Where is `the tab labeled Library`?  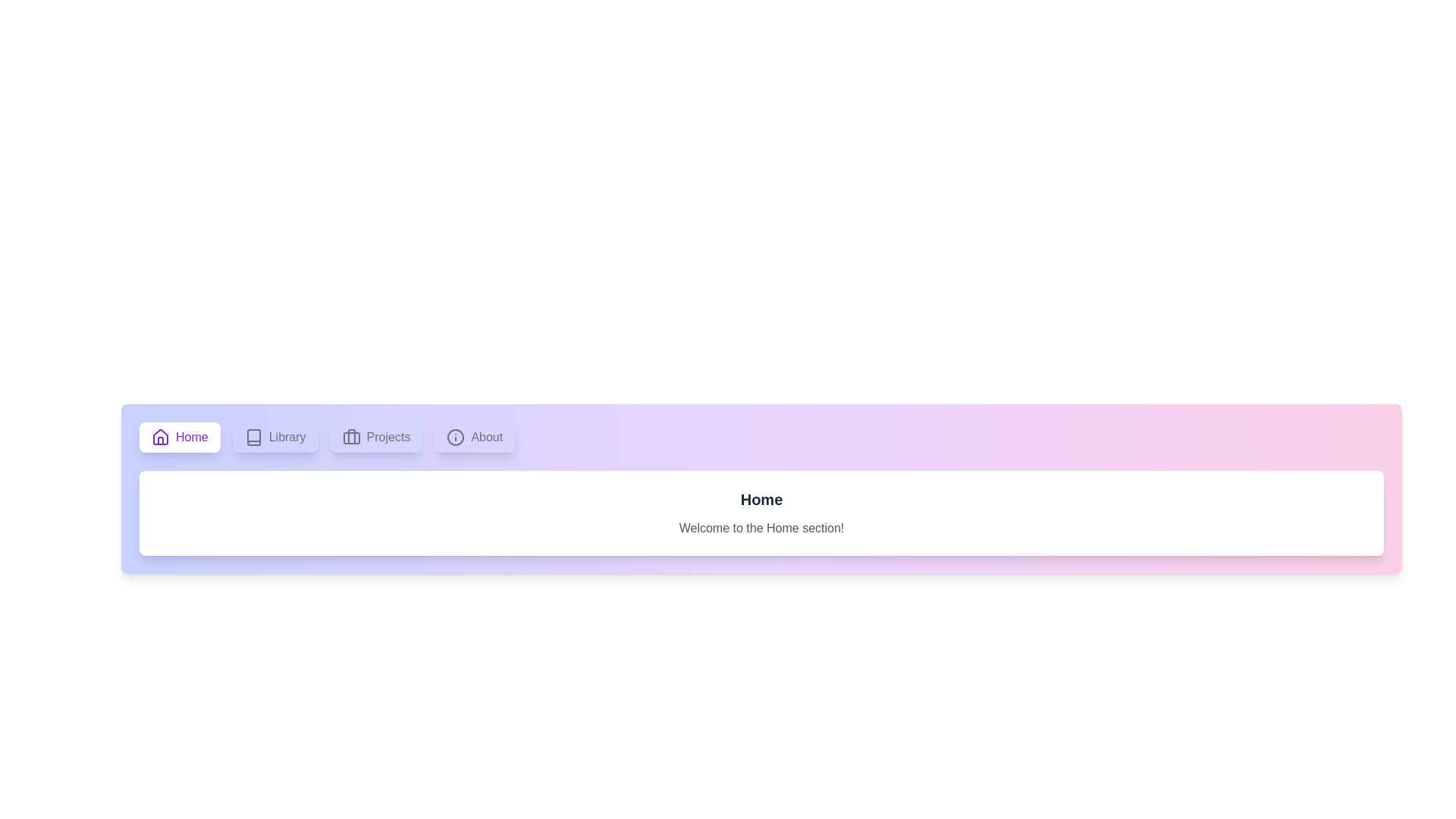 the tab labeled Library is located at coordinates (275, 438).